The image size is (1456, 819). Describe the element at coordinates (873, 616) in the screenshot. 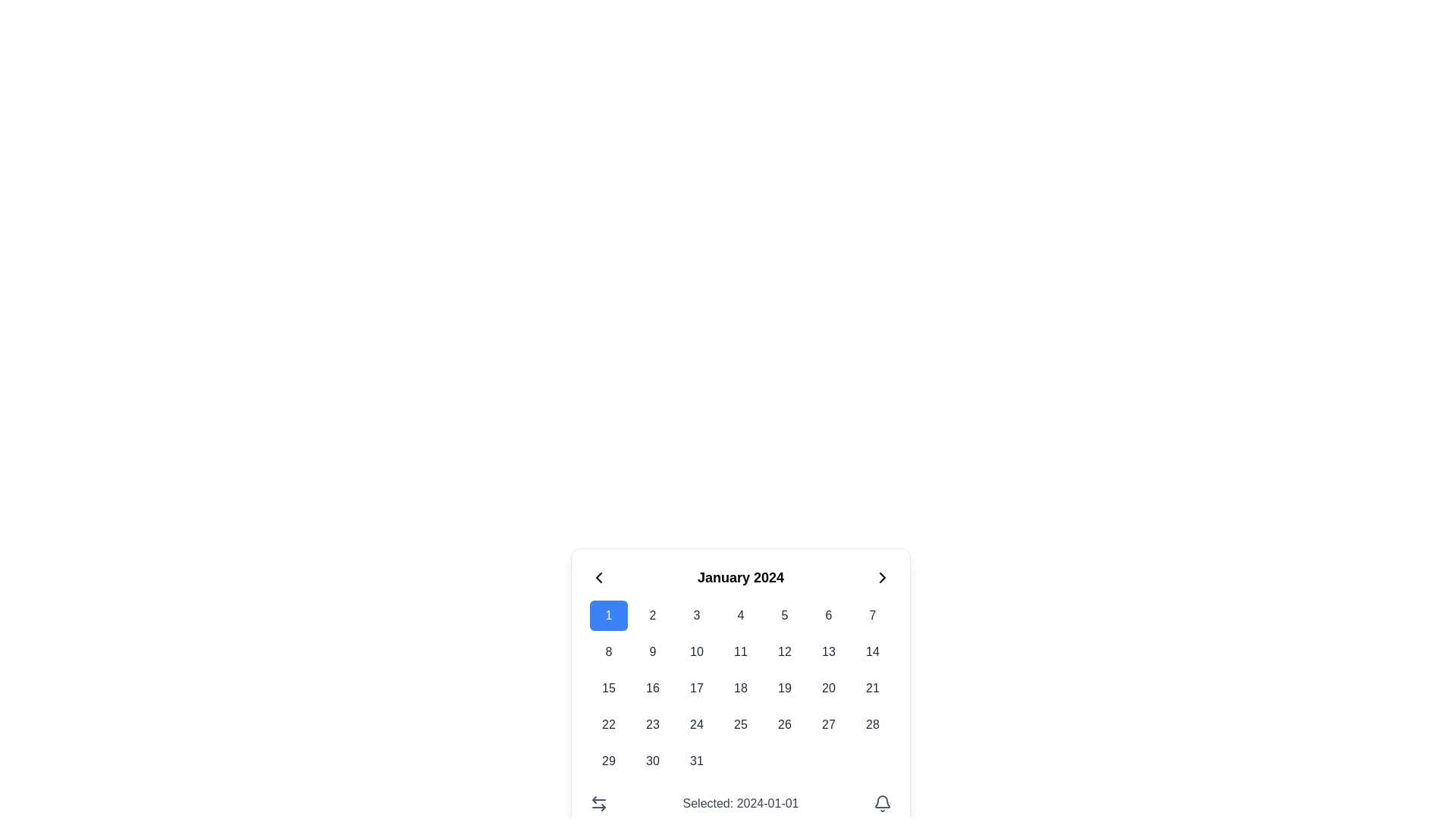

I see `the selectable day button representing the seventh day of the month in the calendar layout` at that location.